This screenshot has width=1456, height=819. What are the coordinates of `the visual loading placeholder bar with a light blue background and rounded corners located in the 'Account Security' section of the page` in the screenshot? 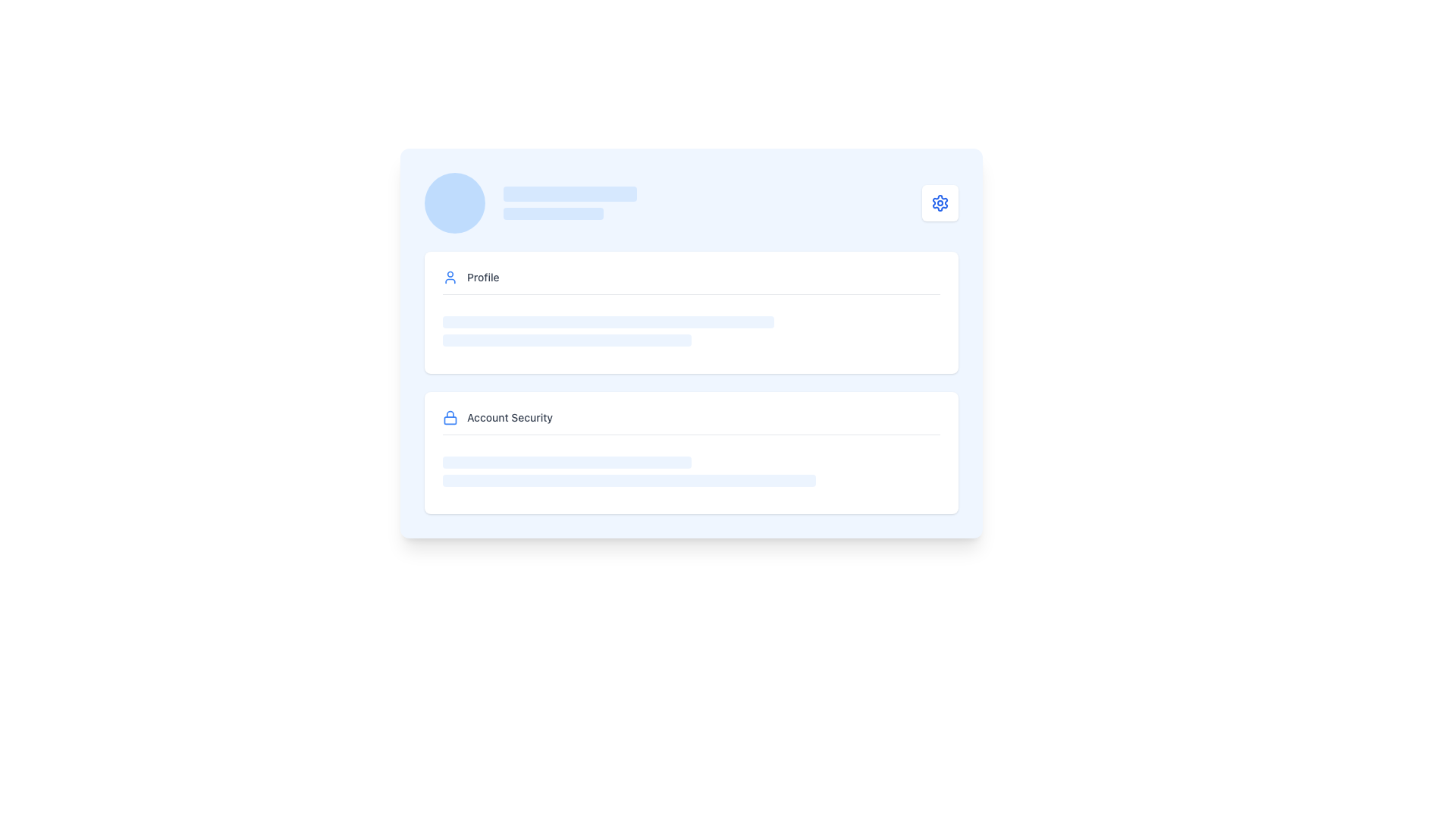 It's located at (566, 461).